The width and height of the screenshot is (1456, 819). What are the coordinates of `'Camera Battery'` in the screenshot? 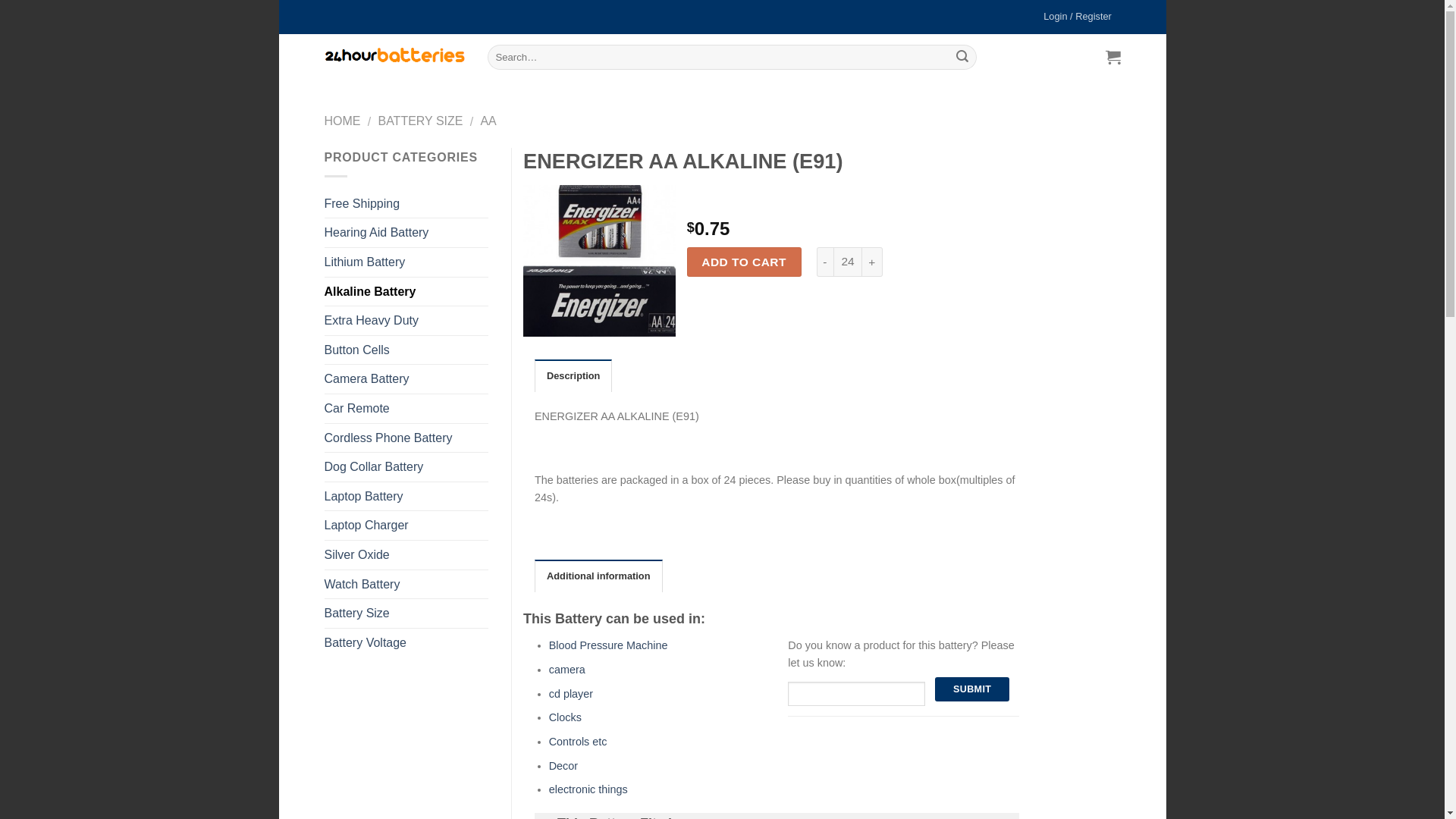 It's located at (406, 378).